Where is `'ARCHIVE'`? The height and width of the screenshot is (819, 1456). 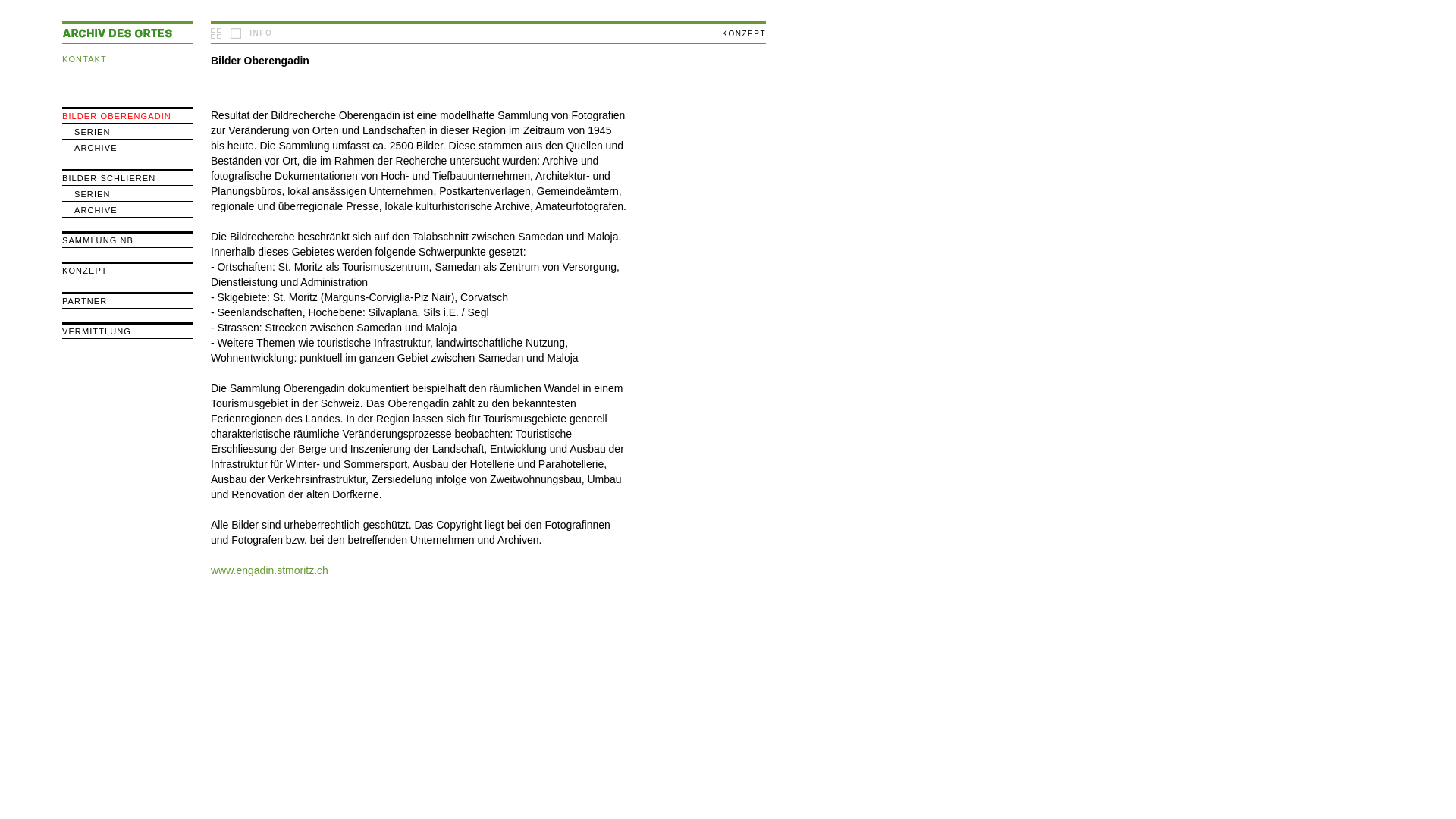 'ARCHIVE' is located at coordinates (73, 148).